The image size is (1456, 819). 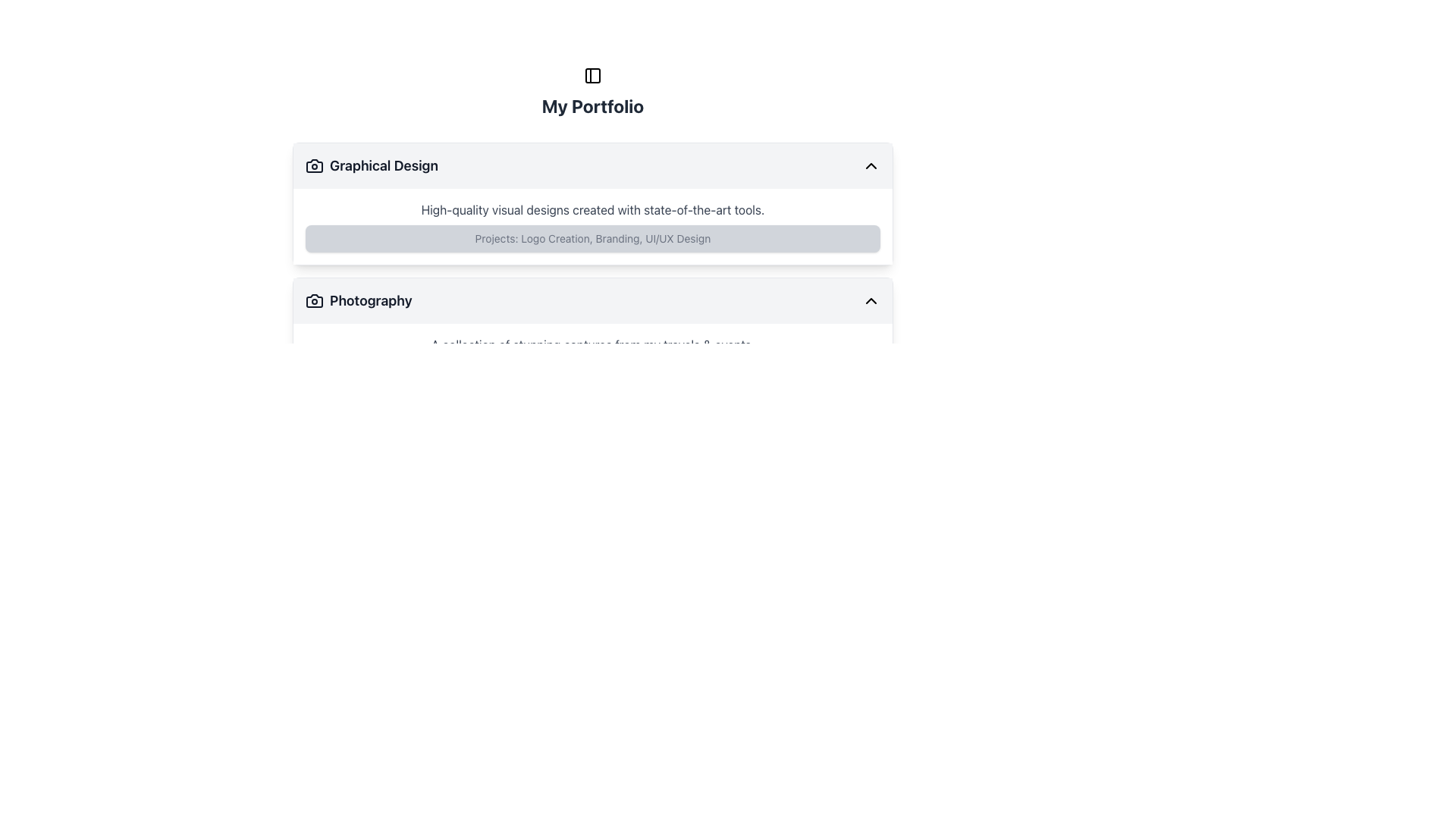 I want to click on the first SVG graphic icon representing the photography section, positioned to the left of the 'Photography' text, so click(x=313, y=301).